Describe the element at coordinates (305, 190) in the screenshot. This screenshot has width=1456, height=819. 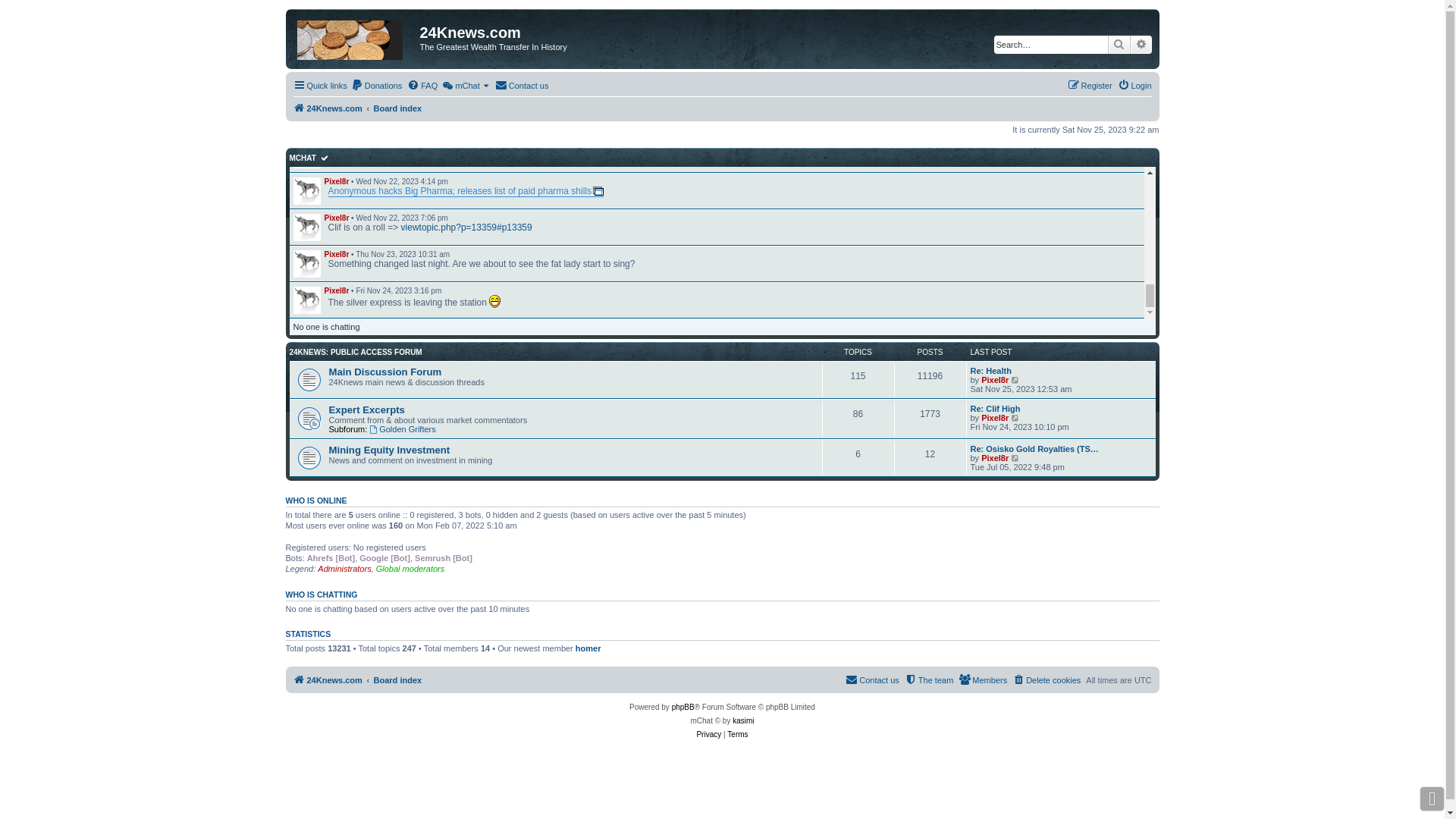
I see `'Profile'` at that location.